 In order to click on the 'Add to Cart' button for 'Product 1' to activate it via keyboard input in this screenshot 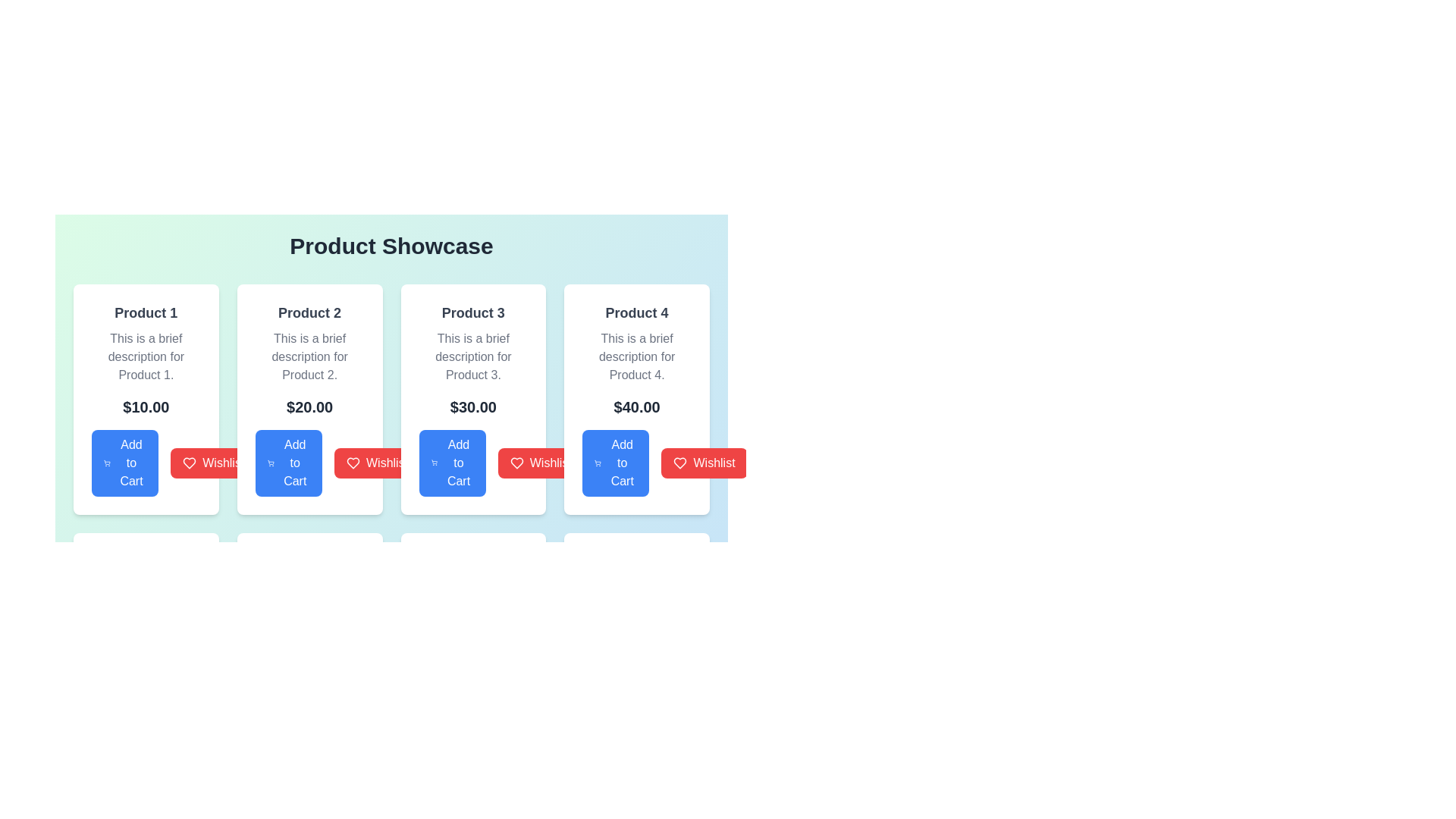, I will do `click(146, 462)`.